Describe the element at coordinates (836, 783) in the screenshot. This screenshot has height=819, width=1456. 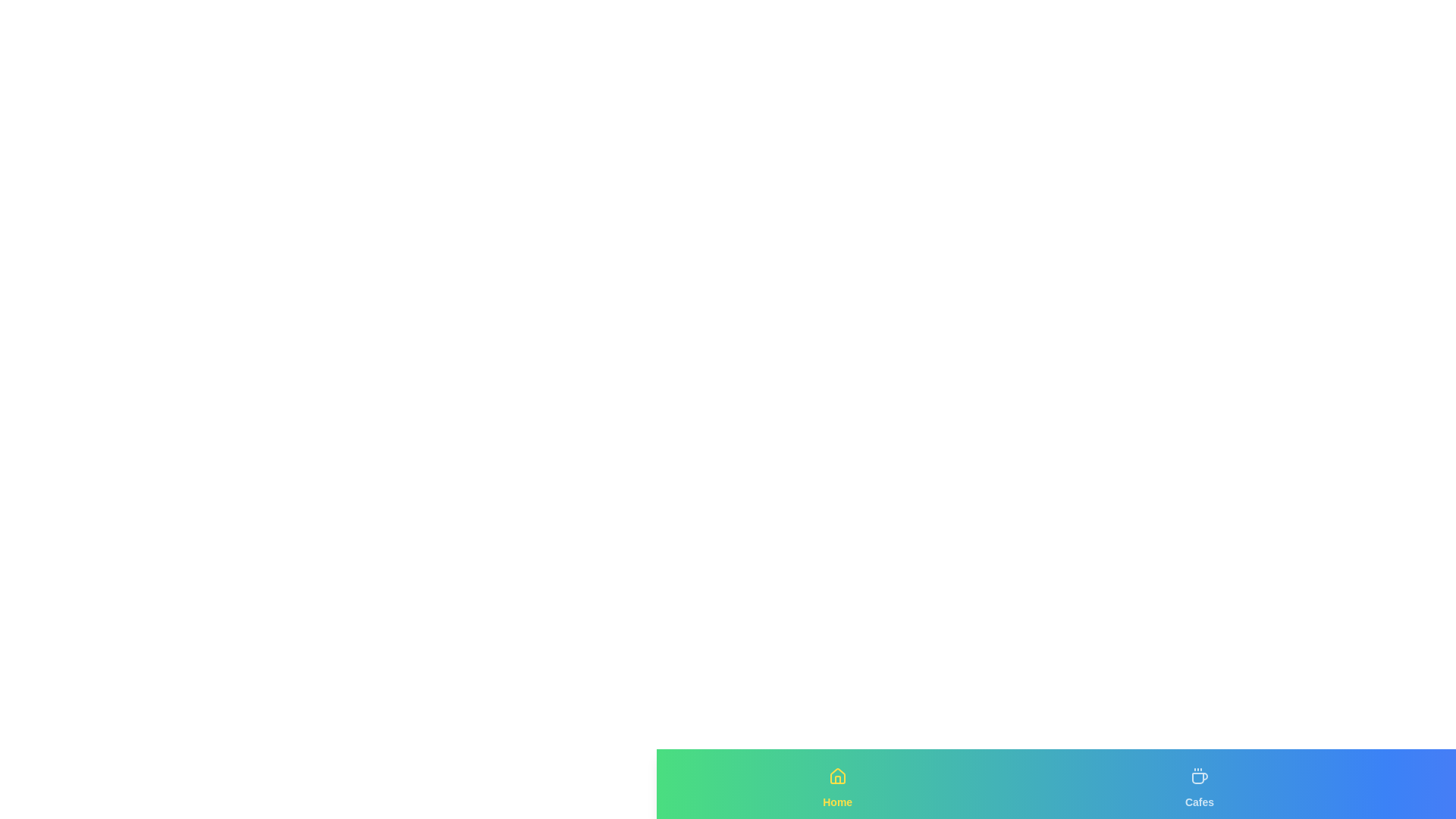
I see `the 'Home' tab in the navigation bar` at that location.